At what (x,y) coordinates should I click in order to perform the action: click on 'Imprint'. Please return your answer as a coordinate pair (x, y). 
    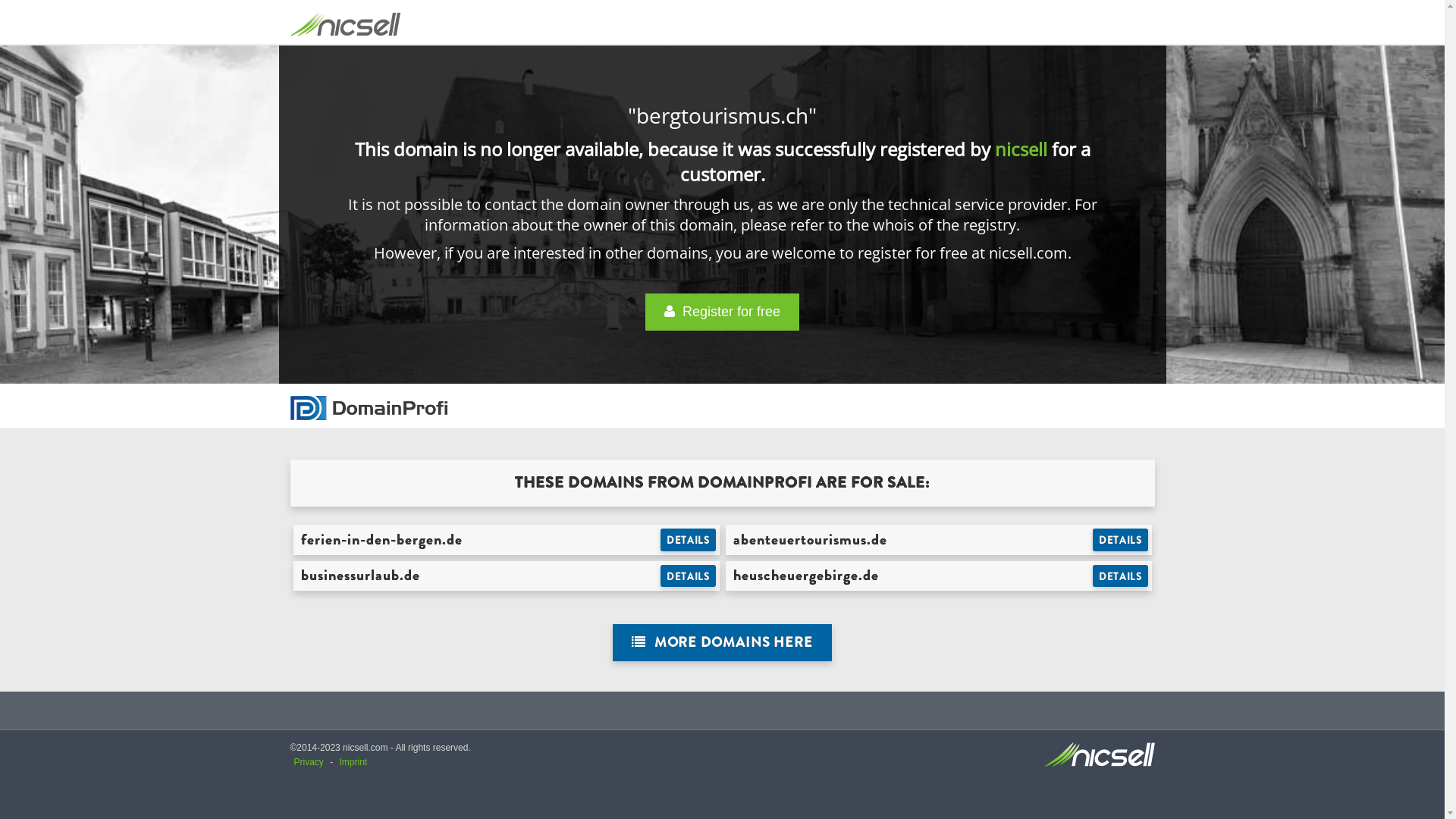
    Looking at the image, I should click on (353, 762).